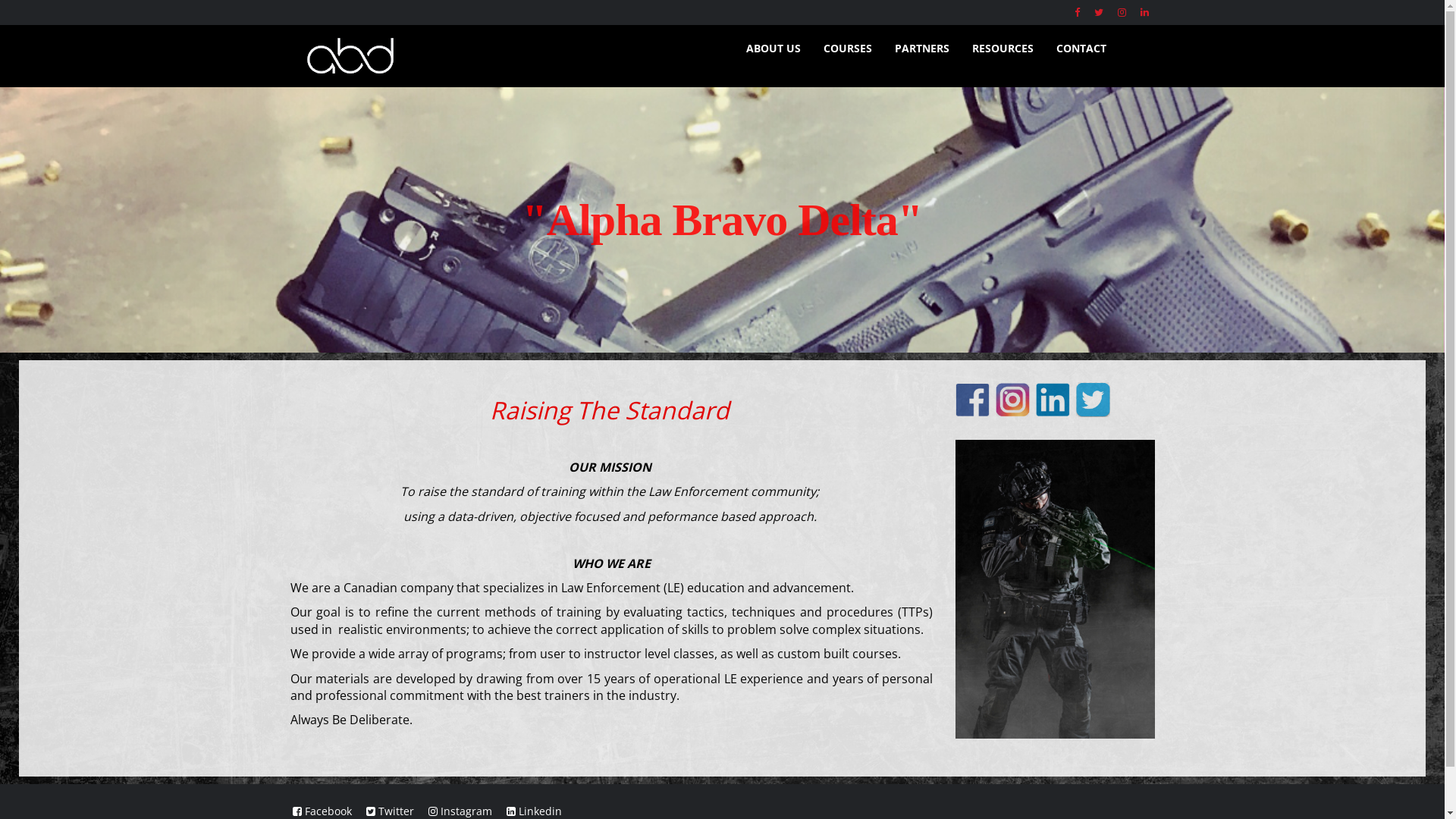 This screenshot has width=1456, height=819. I want to click on 'RESOURCES', so click(1002, 48).